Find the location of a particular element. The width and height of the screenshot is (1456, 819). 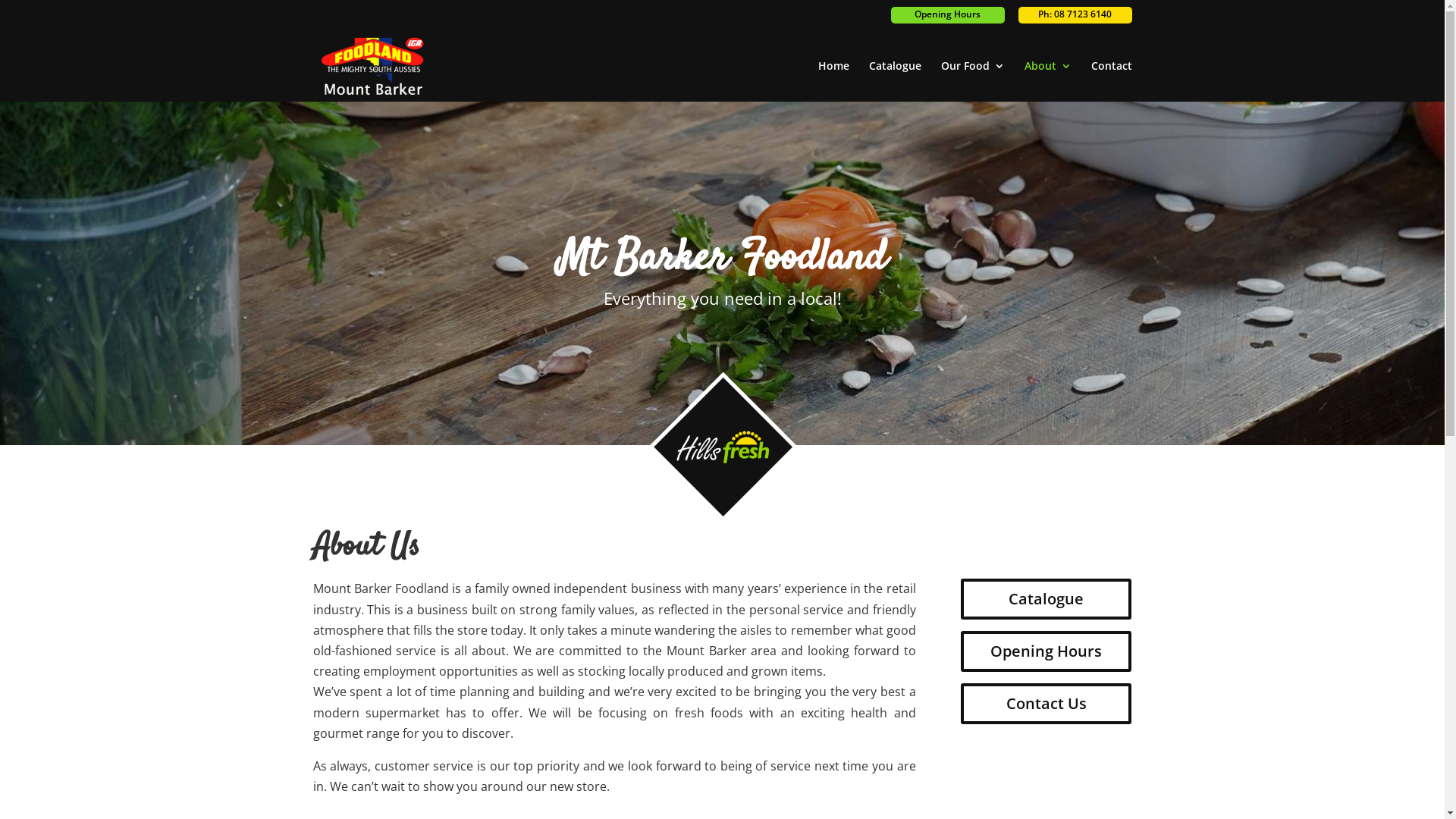

'About' is located at coordinates (1046, 81).